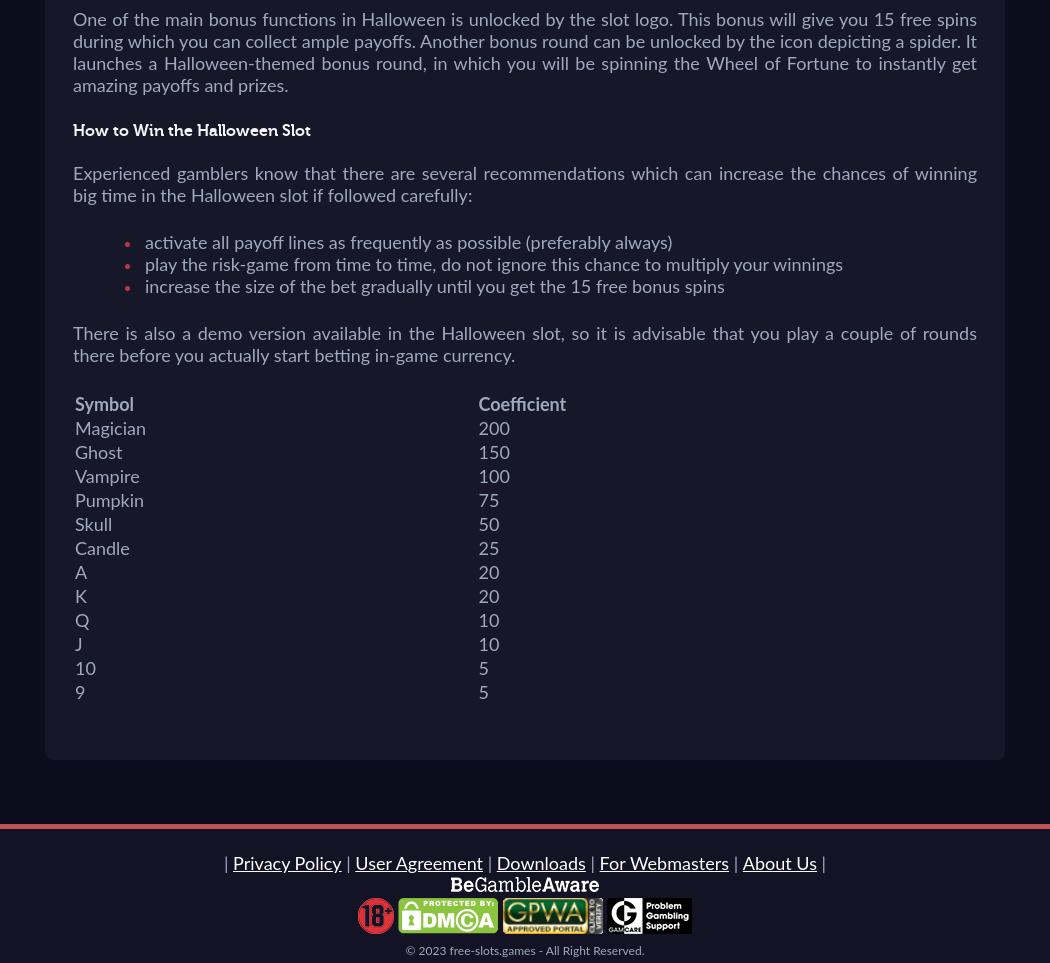  I want to click on '9', so click(80, 694).